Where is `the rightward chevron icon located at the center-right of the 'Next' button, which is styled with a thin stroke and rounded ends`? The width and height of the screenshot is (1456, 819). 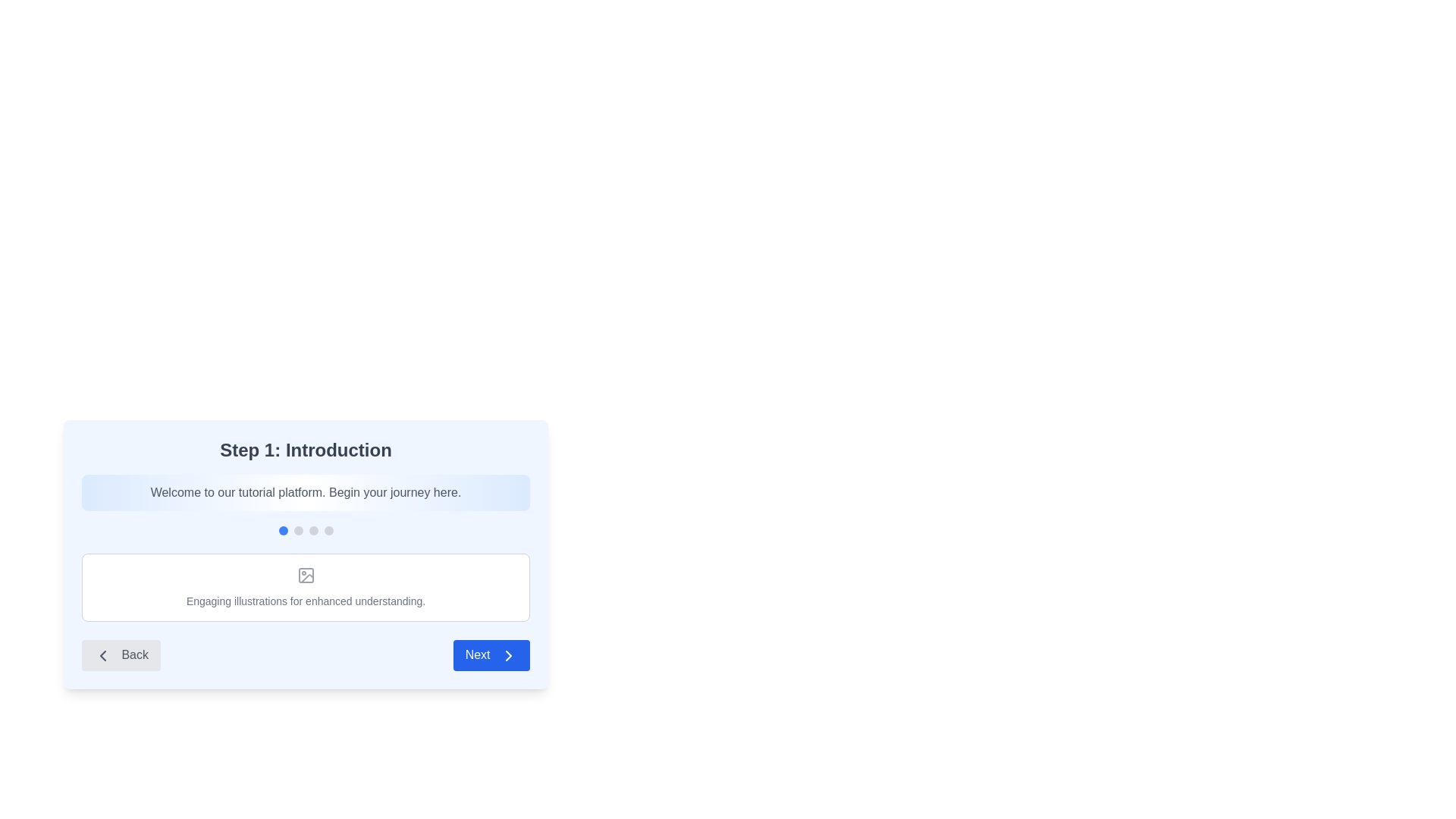 the rightward chevron icon located at the center-right of the 'Next' button, which is styled with a thin stroke and rounded ends is located at coordinates (509, 654).